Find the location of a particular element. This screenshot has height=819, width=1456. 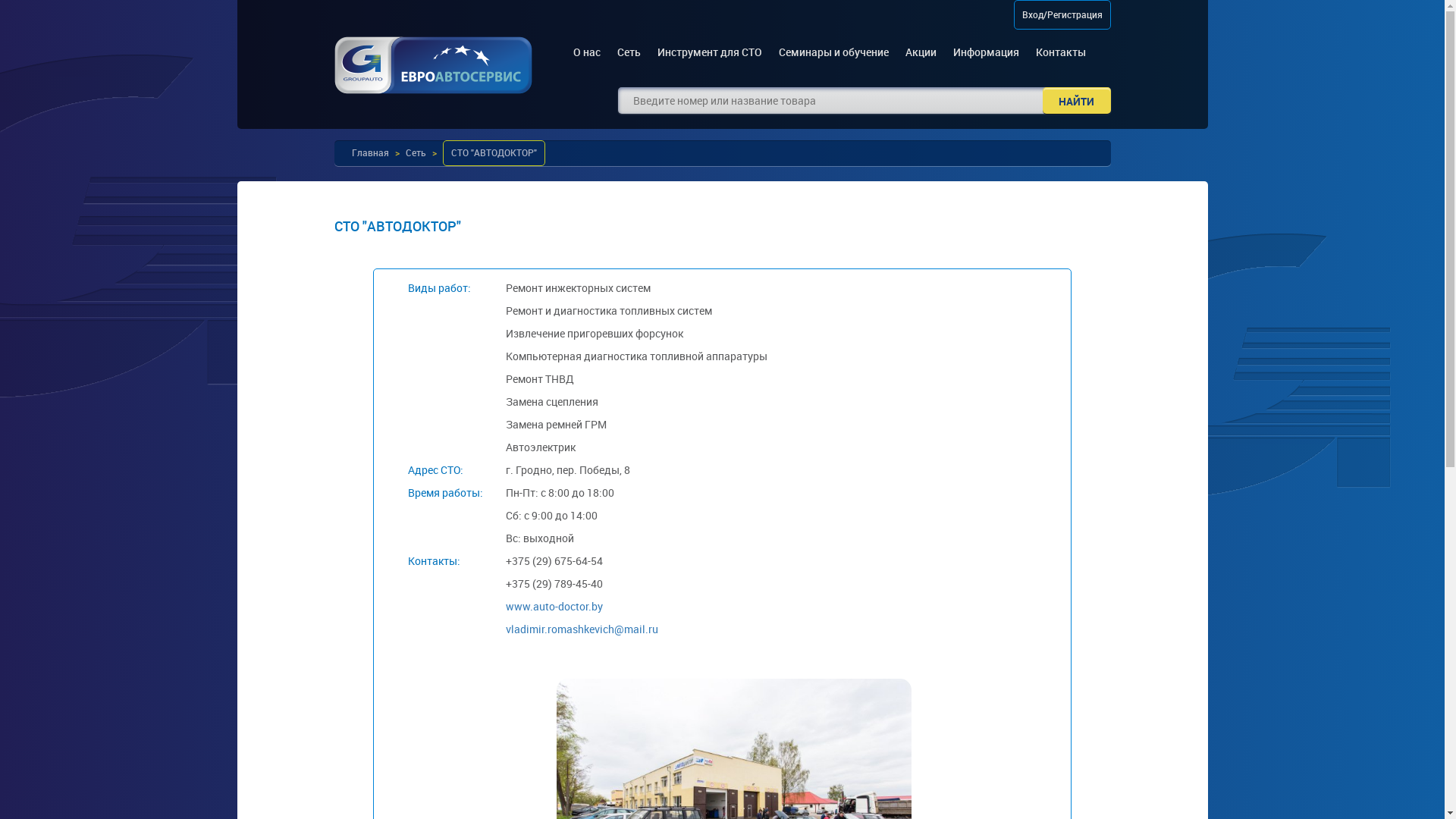

'www.auto-doctor.by' is located at coordinates (506, 605).